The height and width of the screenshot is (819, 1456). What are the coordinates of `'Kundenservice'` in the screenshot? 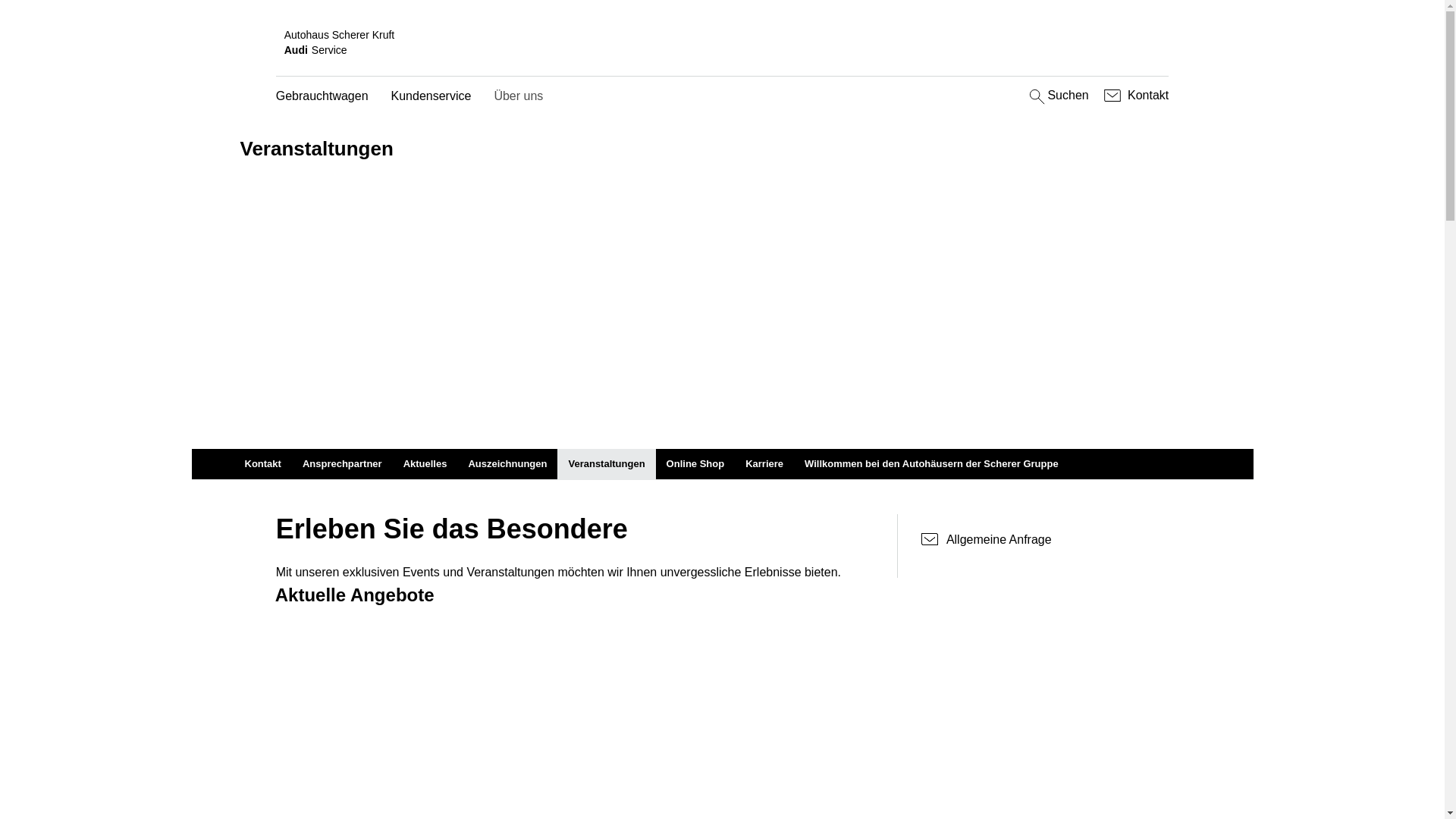 It's located at (431, 96).